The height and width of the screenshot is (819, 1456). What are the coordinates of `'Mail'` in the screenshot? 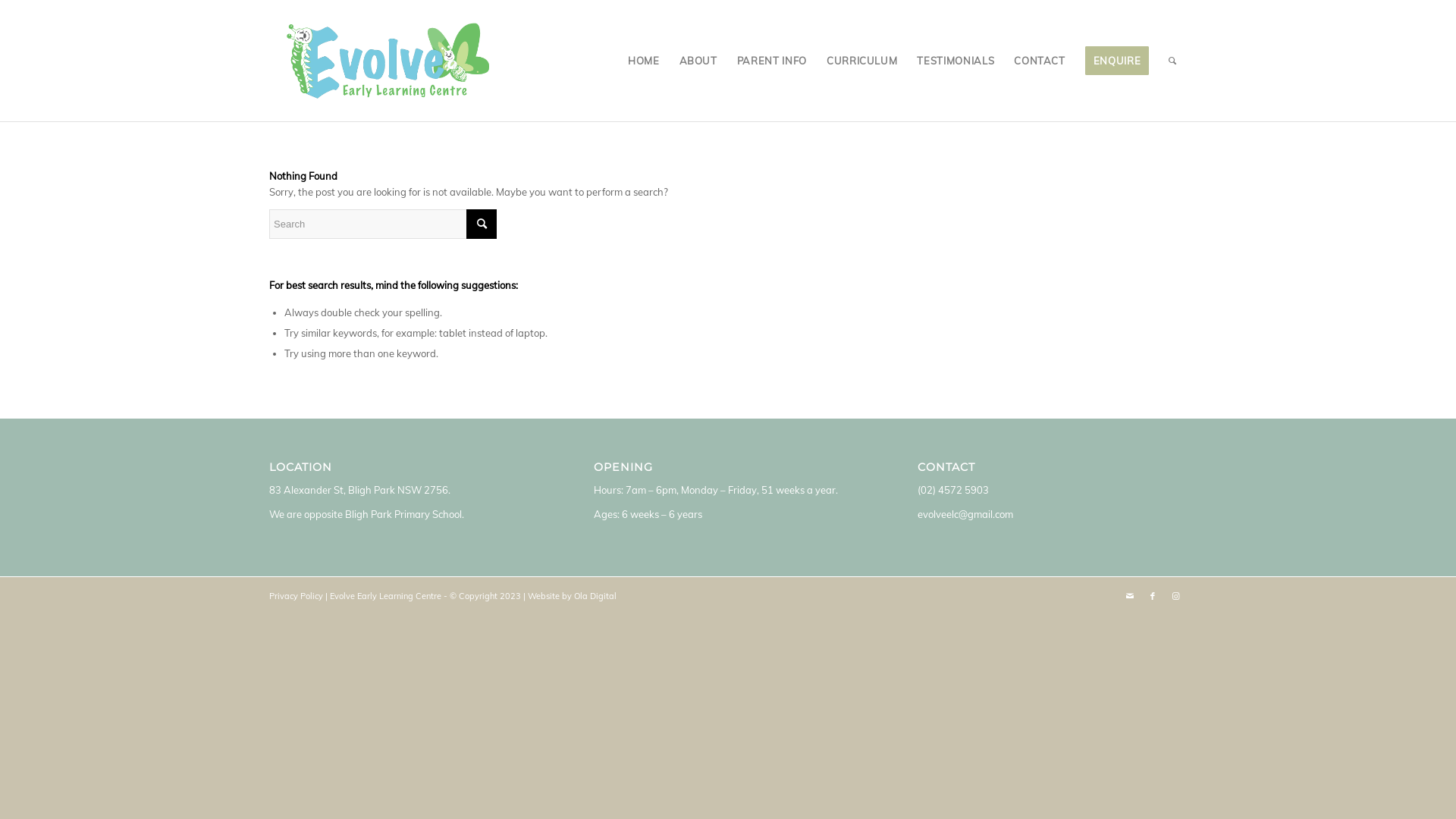 It's located at (1129, 595).